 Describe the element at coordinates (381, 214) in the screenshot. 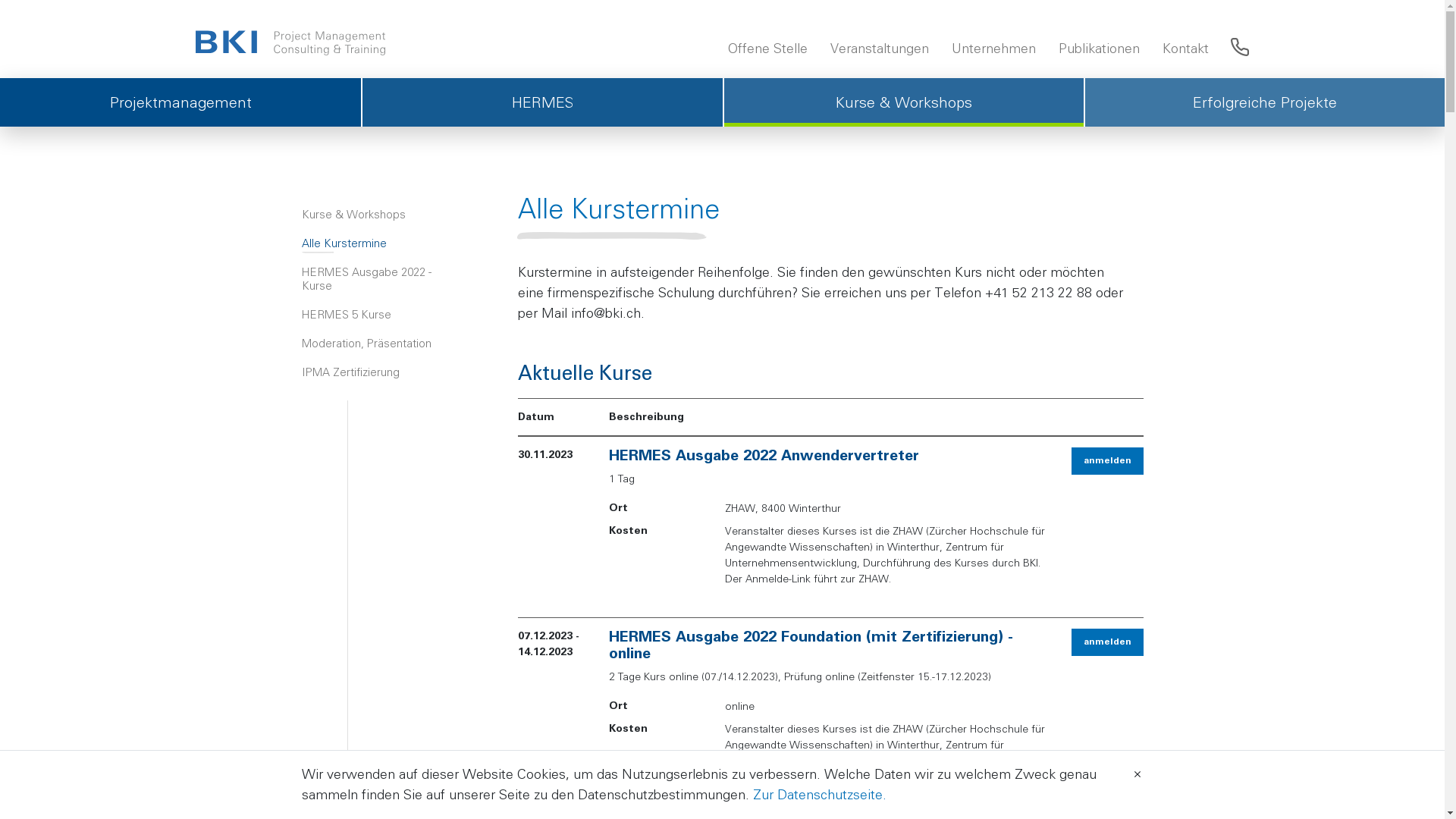

I see `'Kurse & Workshops'` at that location.